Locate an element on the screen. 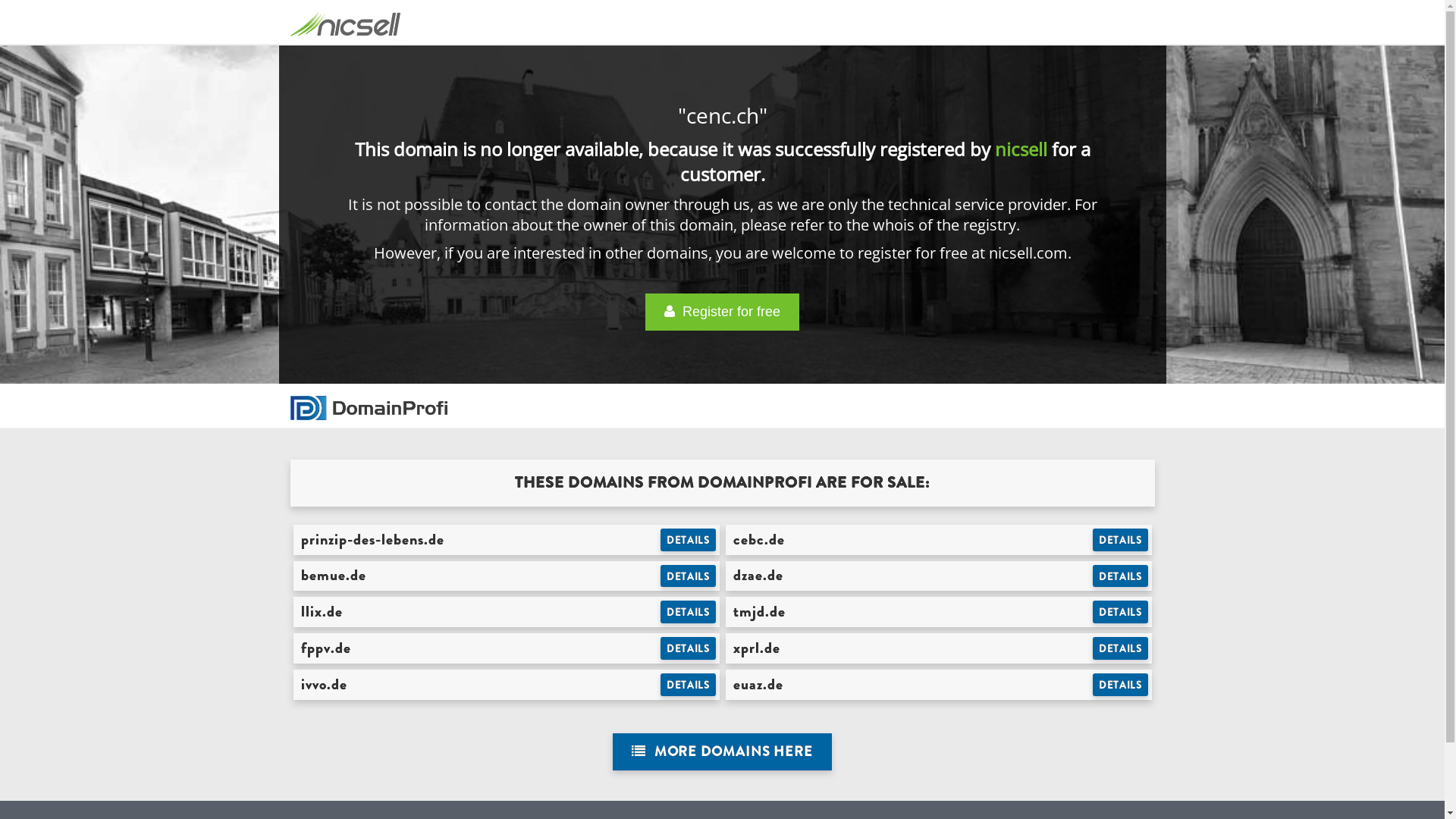 The height and width of the screenshot is (819, 1456). 'DETAILS' is located at coordinates (687, 610).